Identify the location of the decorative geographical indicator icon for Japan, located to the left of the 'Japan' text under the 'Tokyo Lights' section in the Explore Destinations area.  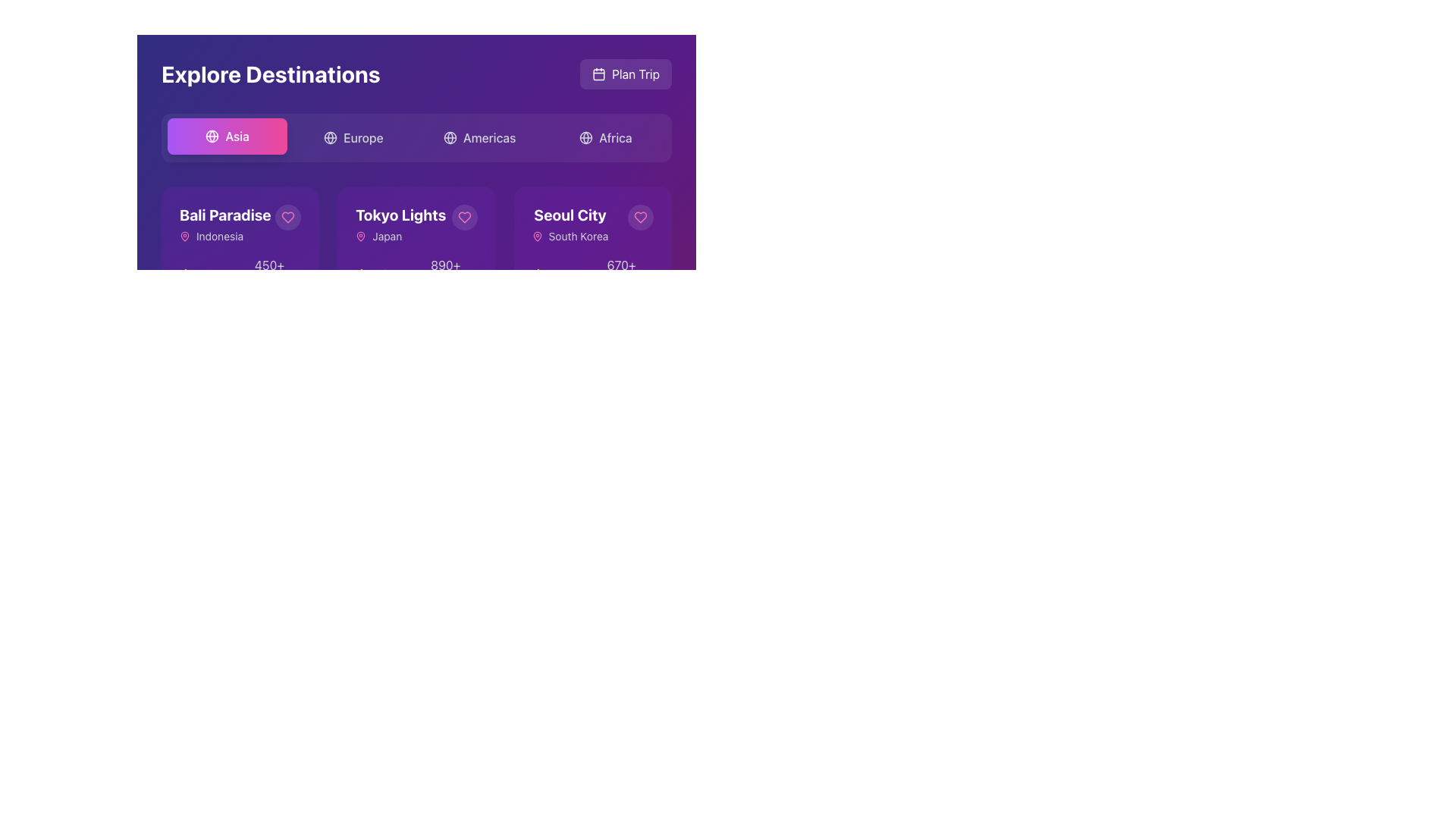
(360, 237).